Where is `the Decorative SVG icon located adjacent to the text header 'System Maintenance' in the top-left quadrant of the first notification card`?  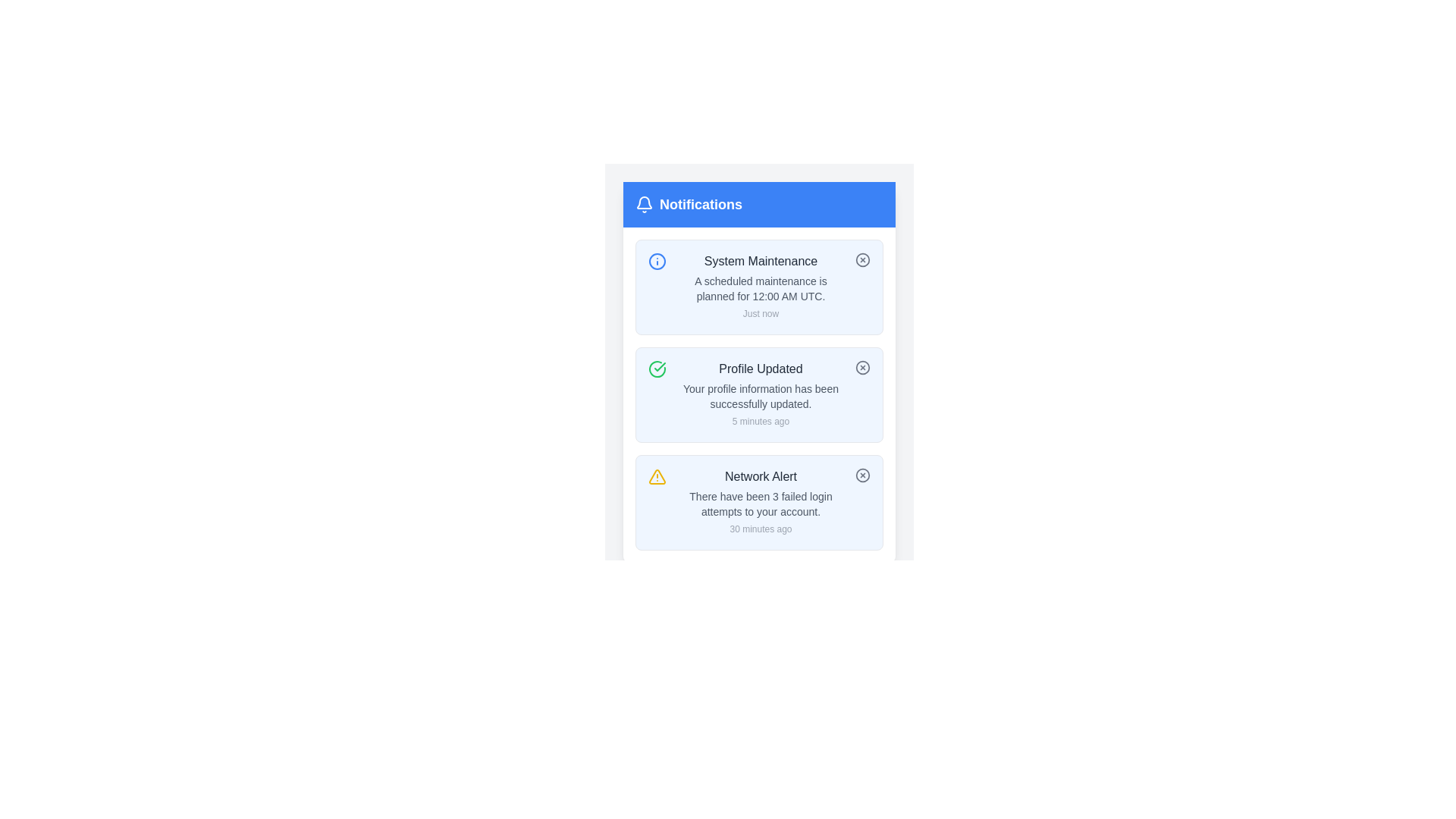
the Decorative SVG icon located adjacent to the text header 'System Maintenance' in the top-left quadrant of the first notification card is located at coordinates (657, 260).